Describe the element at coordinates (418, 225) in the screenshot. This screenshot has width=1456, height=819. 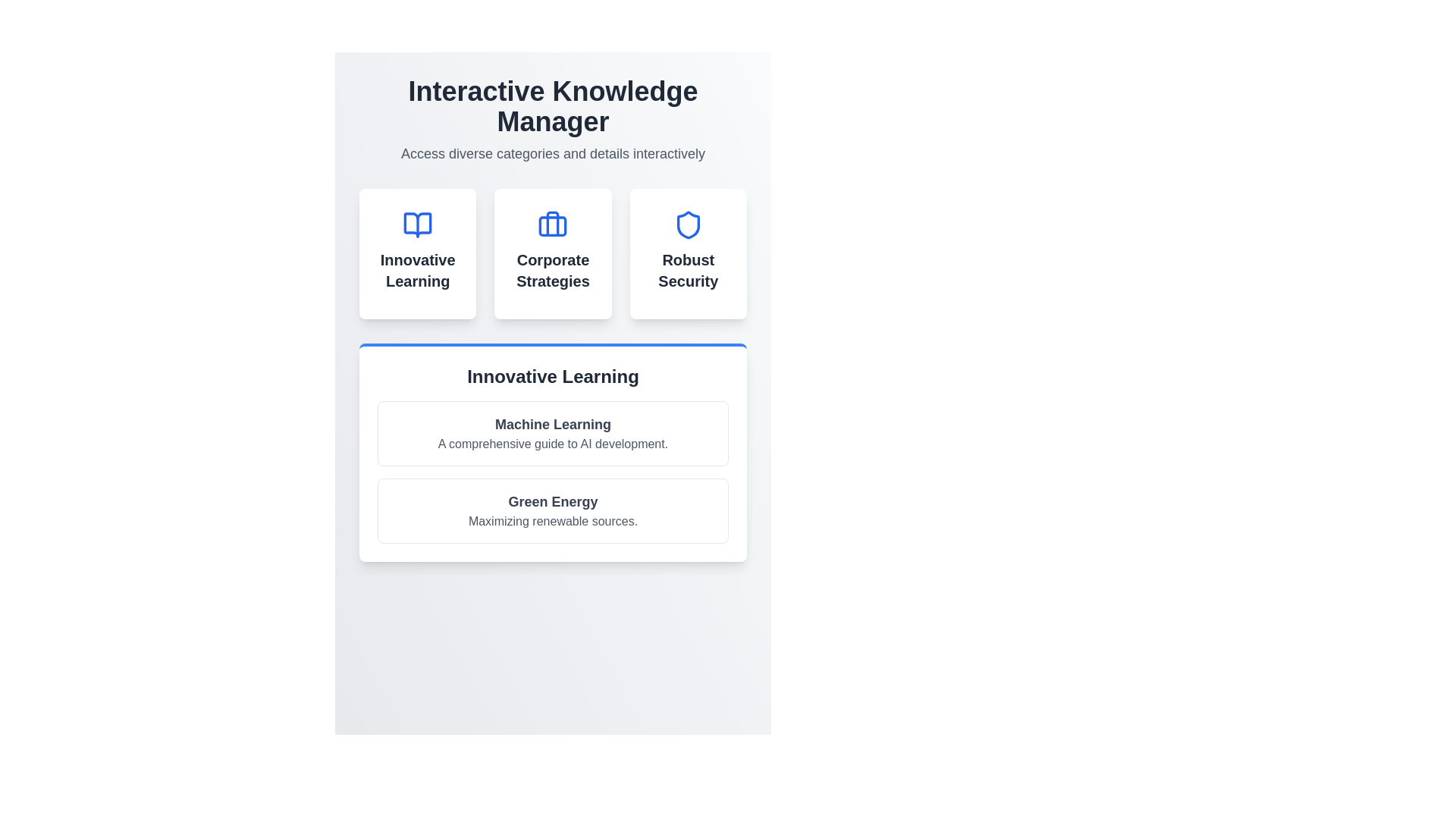
I see `the left page of the book icon, which is part of the 'Innovative Learning' thematic representation located above the corresponding label` at that location.